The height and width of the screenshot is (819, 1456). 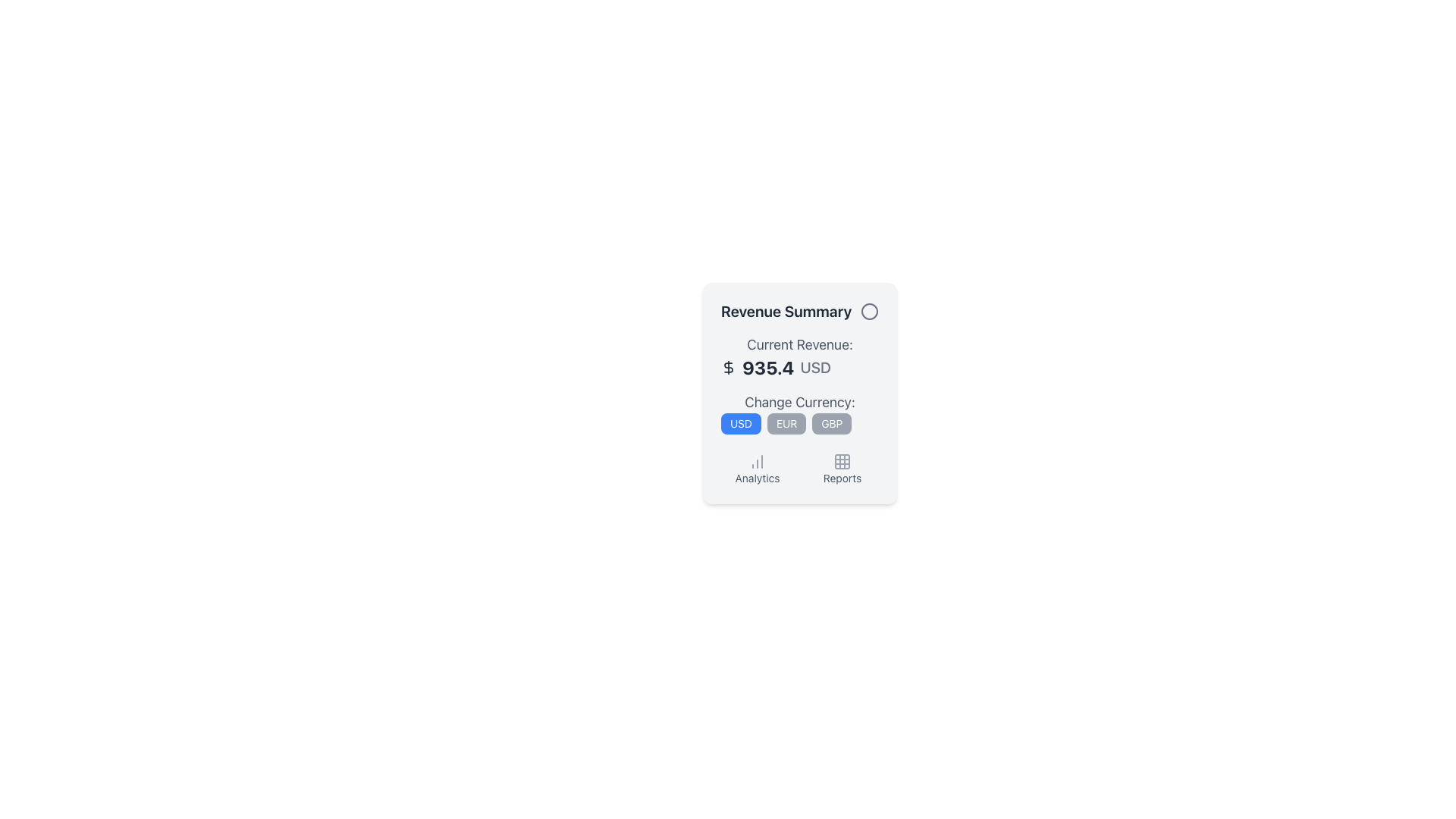 What do you see at coordinates (799, 356) in the screenshot?
I see `the static display text element that presents the current revenue in USD, located below the 'Revenue Summary' title and above 'Change Currency'` at bounding box center [799, 356].